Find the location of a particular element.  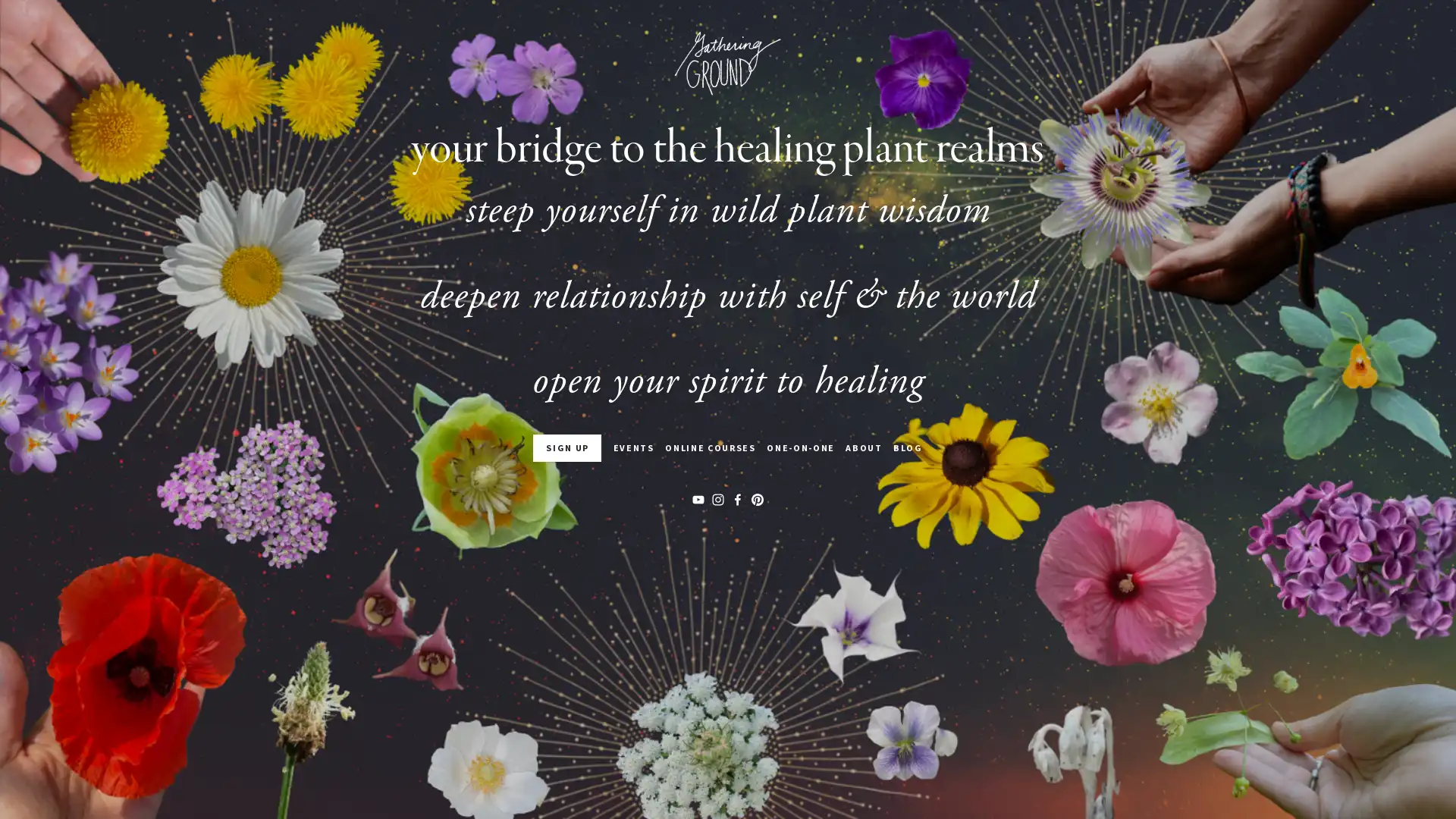

Close is located at coordinates (952, 82).